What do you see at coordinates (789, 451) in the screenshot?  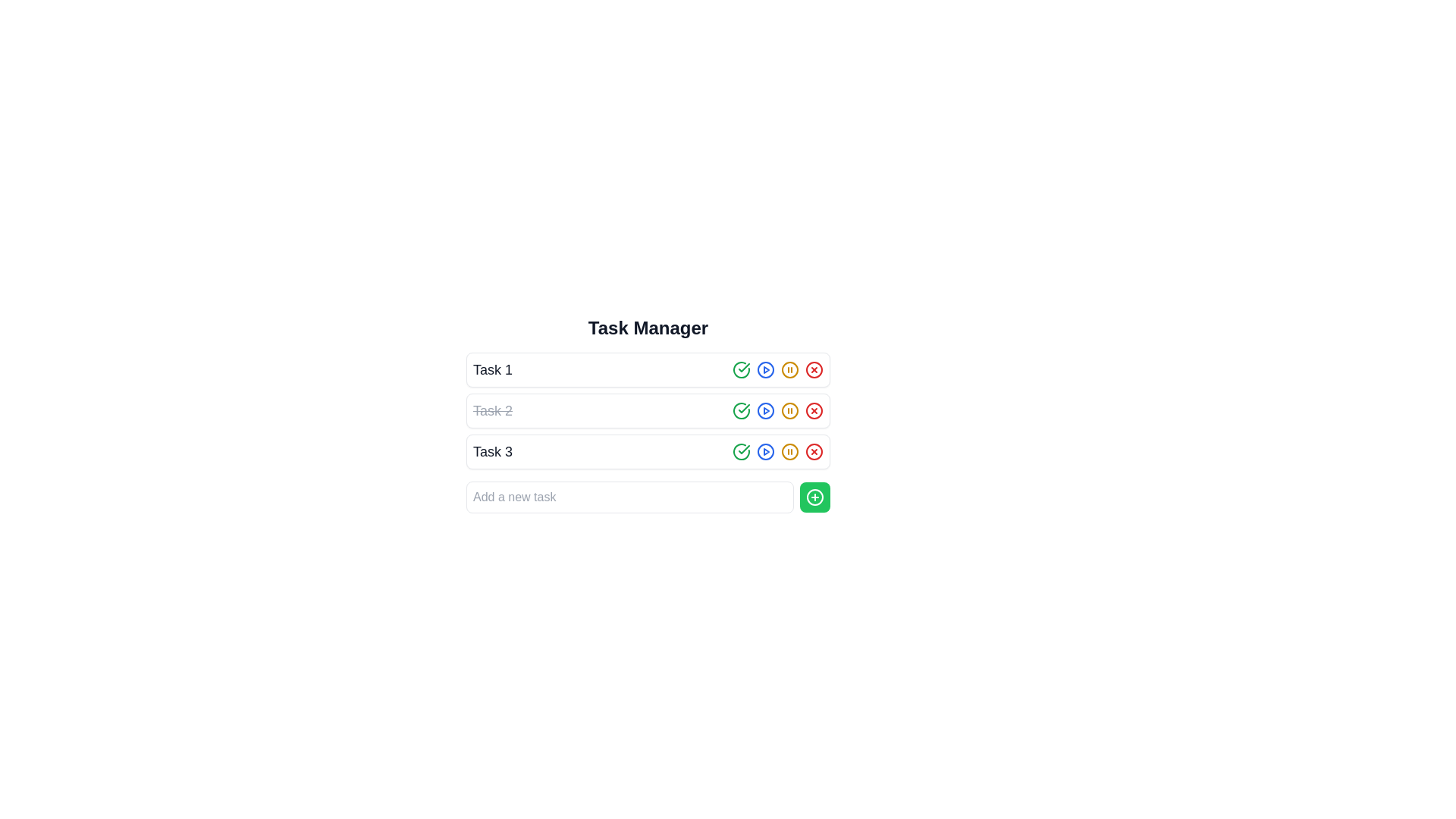 I see `the pause button located in the action buttons group of 'Task 3', specifically the third button from the left, positioned between the blue forward button and the red delete button` at bounding box center [789, 451].